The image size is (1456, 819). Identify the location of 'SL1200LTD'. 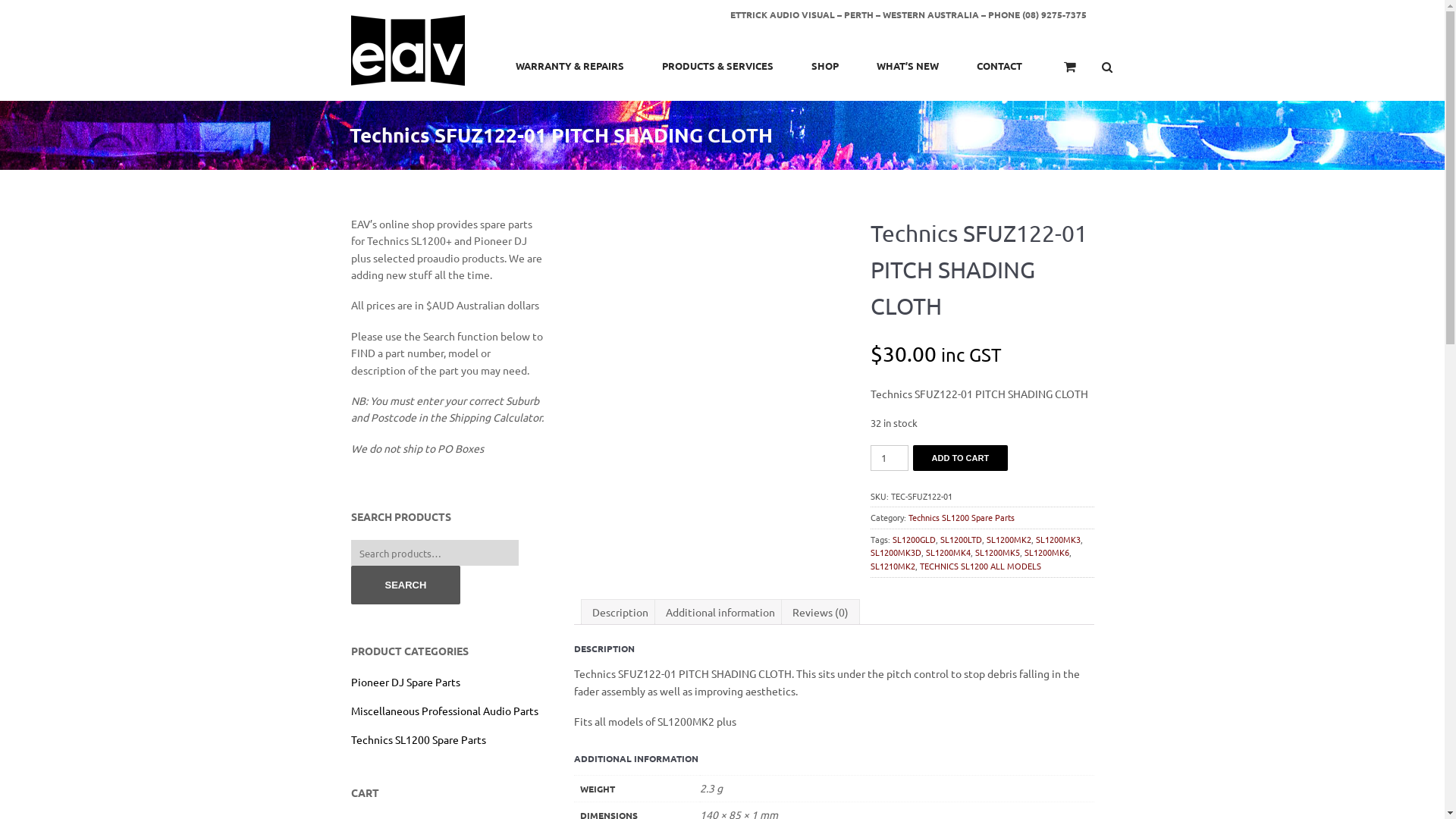
(960, 538).